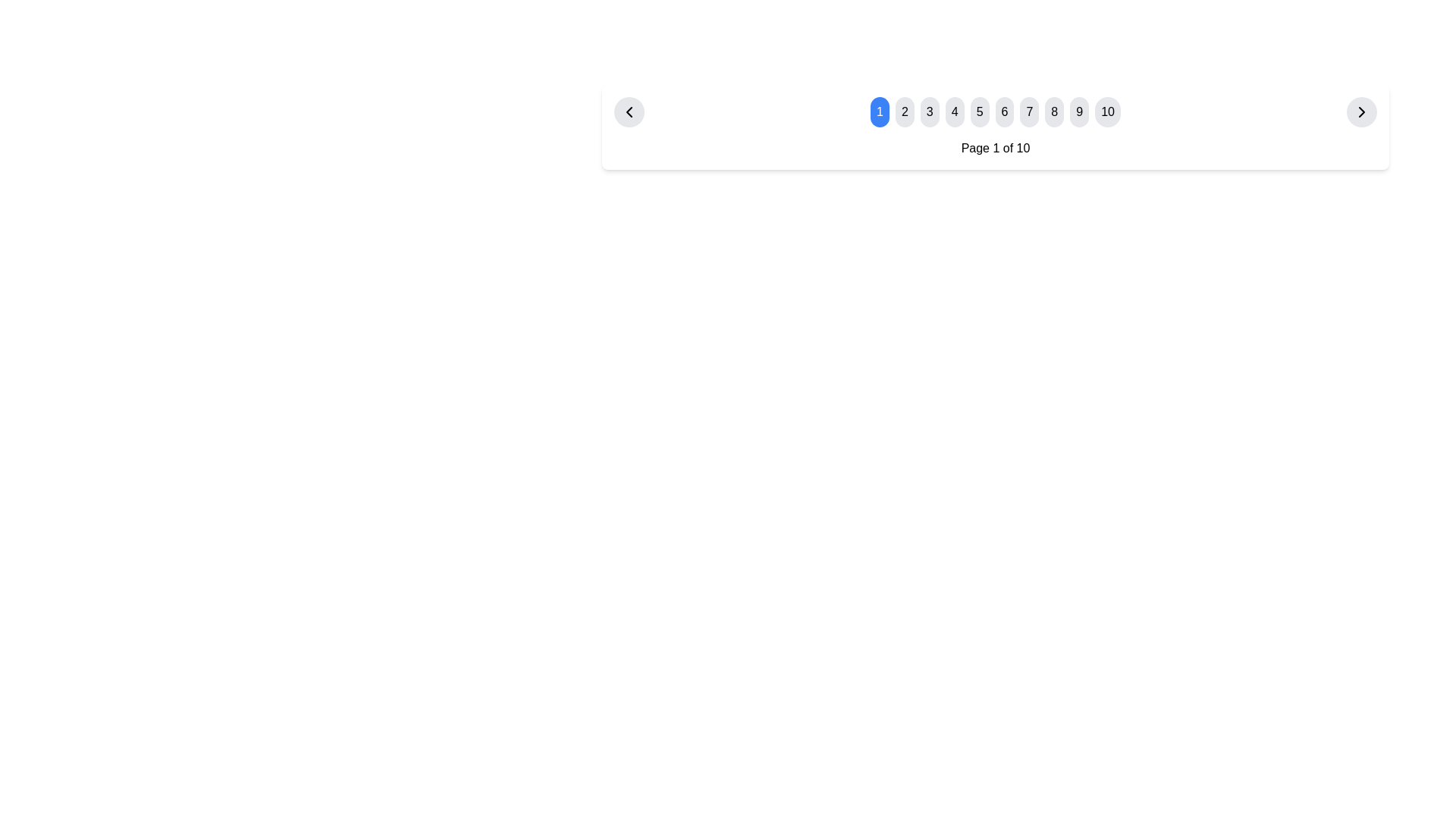 The width and height of the screenshot is (1456, 819). I want to click on the circular button with a gray background and black text displaying the number '8', so click(1053, 111).